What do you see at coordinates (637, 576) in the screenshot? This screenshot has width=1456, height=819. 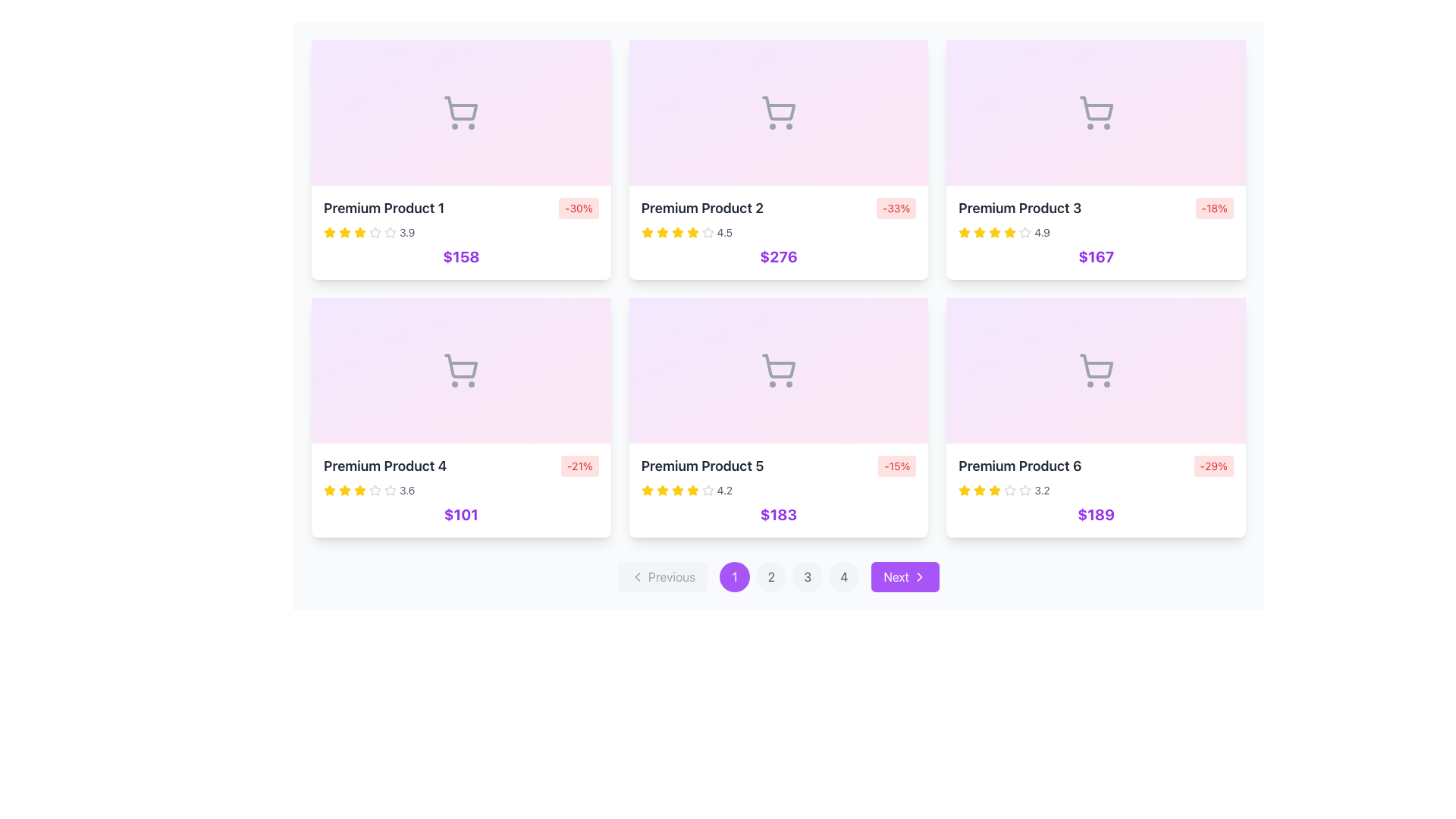 I see `the 'Previous' icon located in the navigation section at the bottom` at bounding box center [637, 576].